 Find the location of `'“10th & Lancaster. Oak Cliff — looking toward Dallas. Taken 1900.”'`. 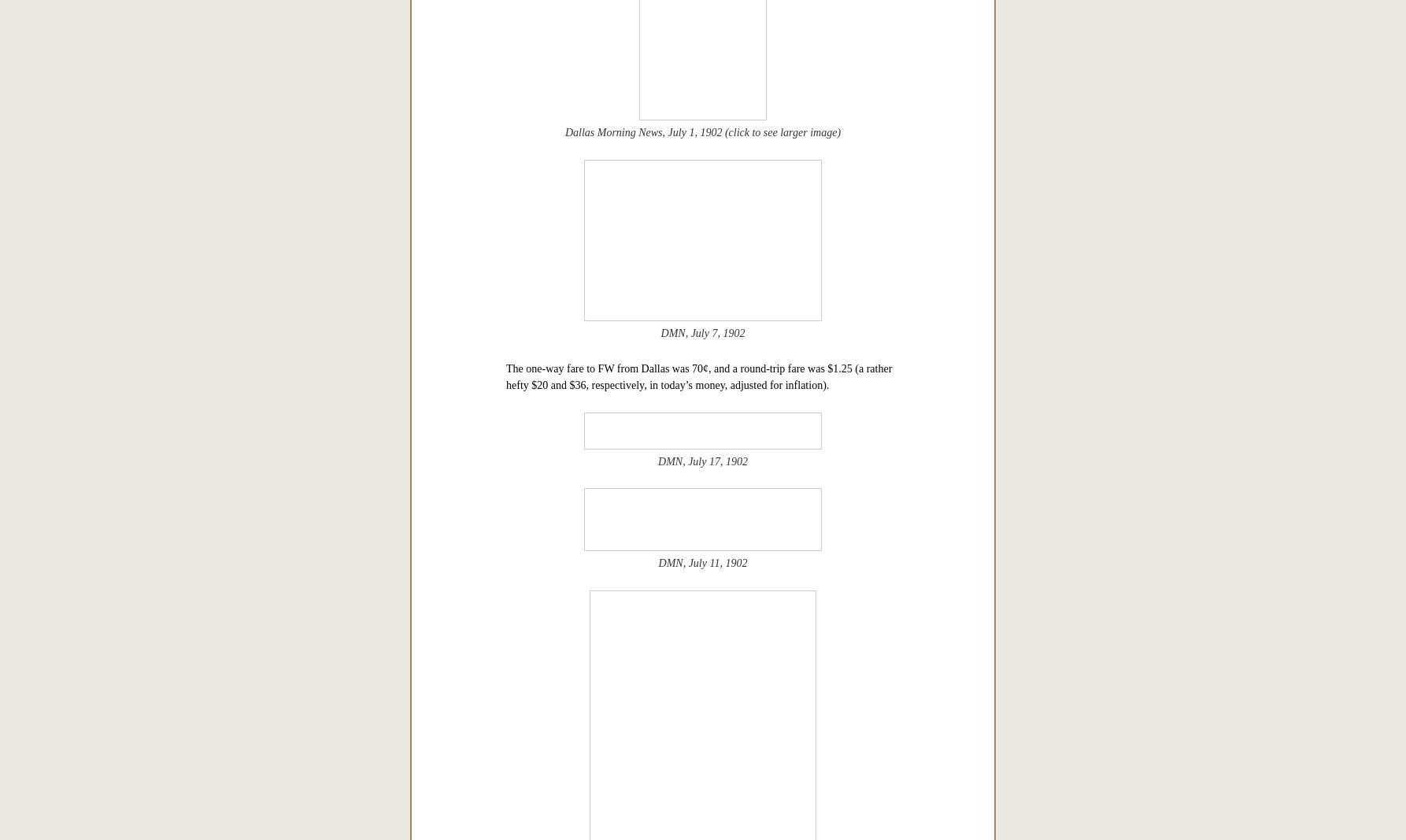

'“10th & Lancaster. Oak Cliff — looking toward Dallas. Taken 1900.”' is located at coordinates (532, 129).